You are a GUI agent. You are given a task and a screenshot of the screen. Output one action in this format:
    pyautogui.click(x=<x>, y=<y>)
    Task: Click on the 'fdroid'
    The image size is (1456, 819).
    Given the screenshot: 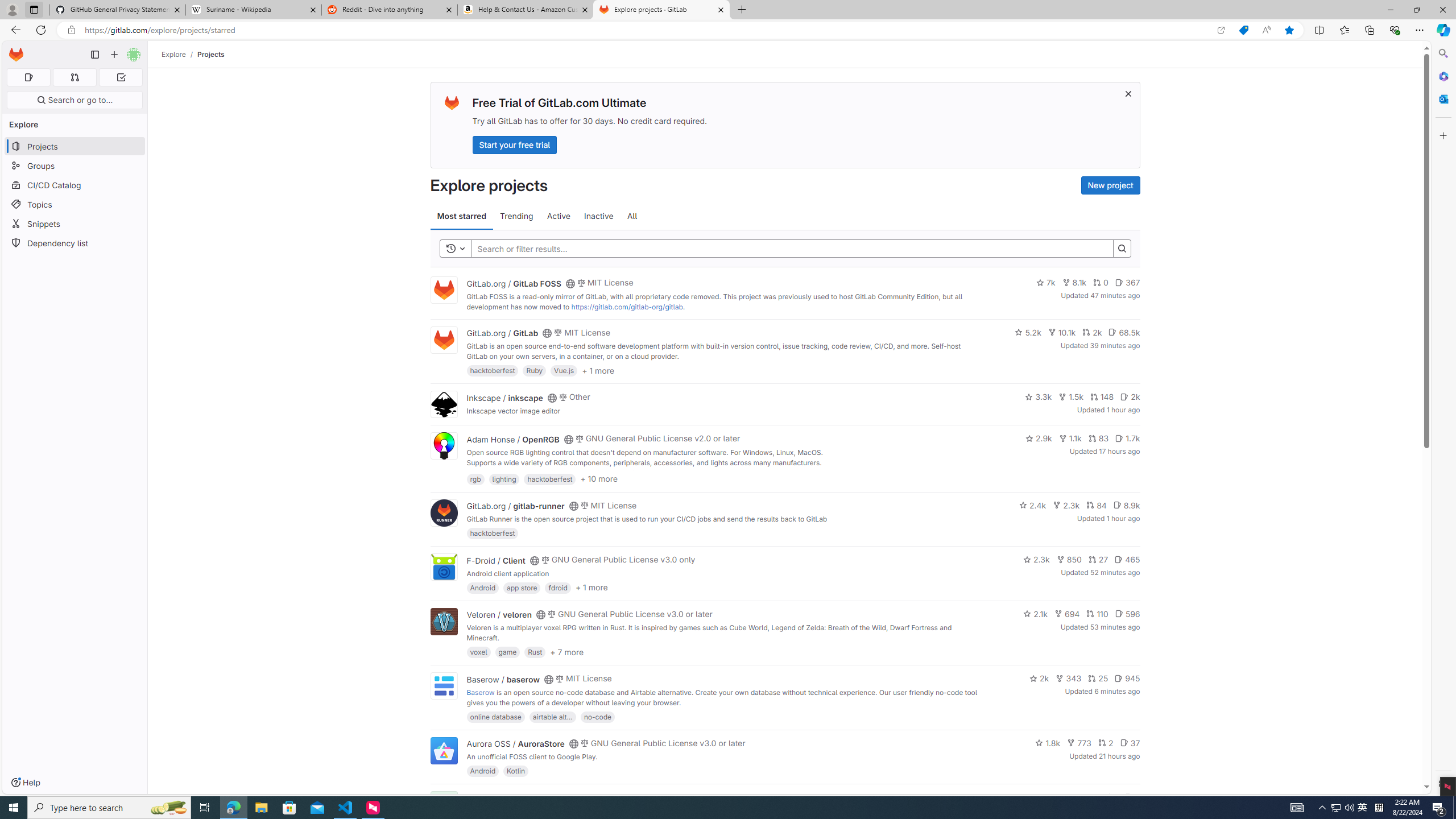 What is the action you would take?
    pyautogui.click(x=558, y=586)
    